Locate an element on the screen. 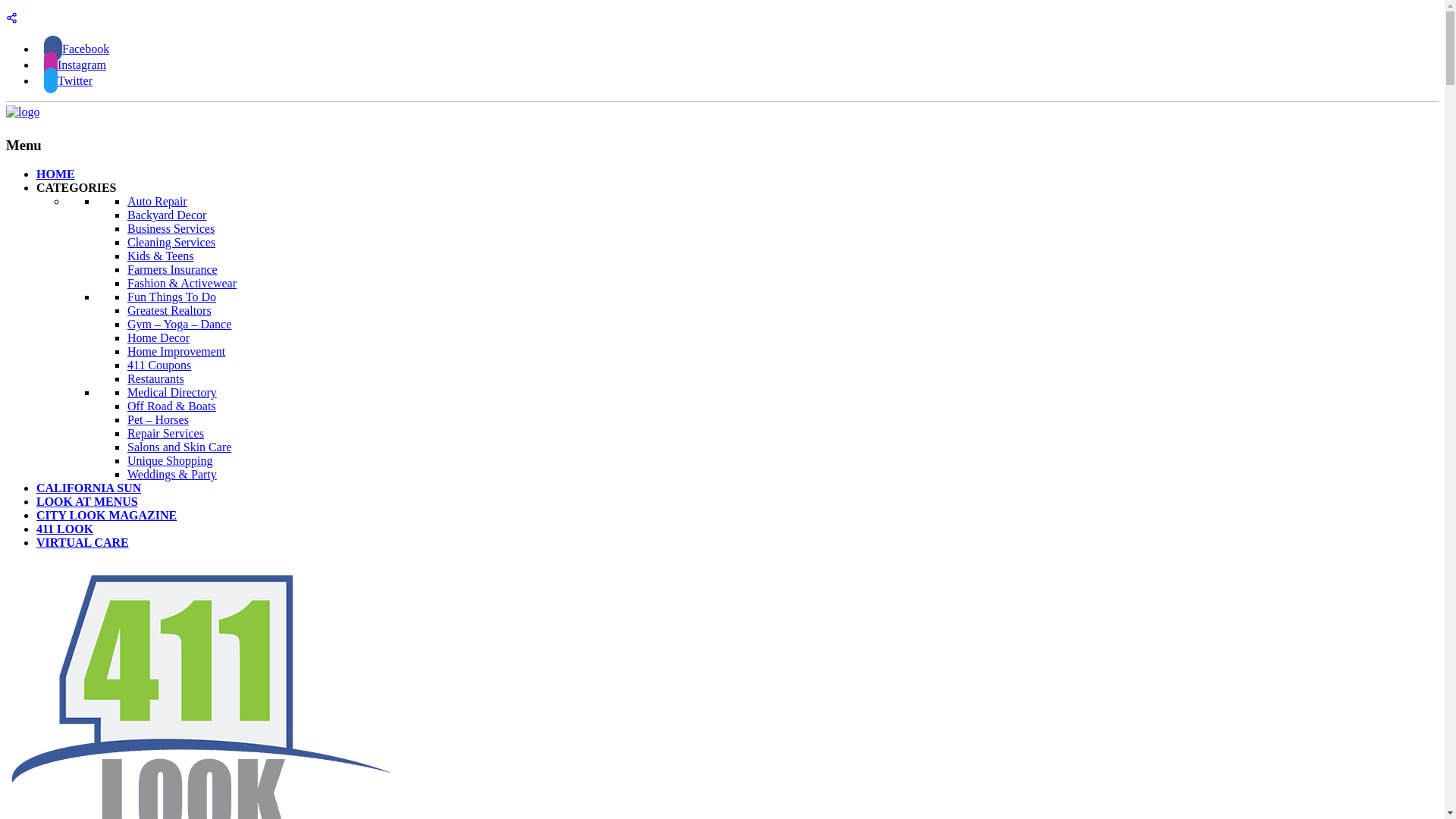  'Twitter' is located at coordinates (67, 80).